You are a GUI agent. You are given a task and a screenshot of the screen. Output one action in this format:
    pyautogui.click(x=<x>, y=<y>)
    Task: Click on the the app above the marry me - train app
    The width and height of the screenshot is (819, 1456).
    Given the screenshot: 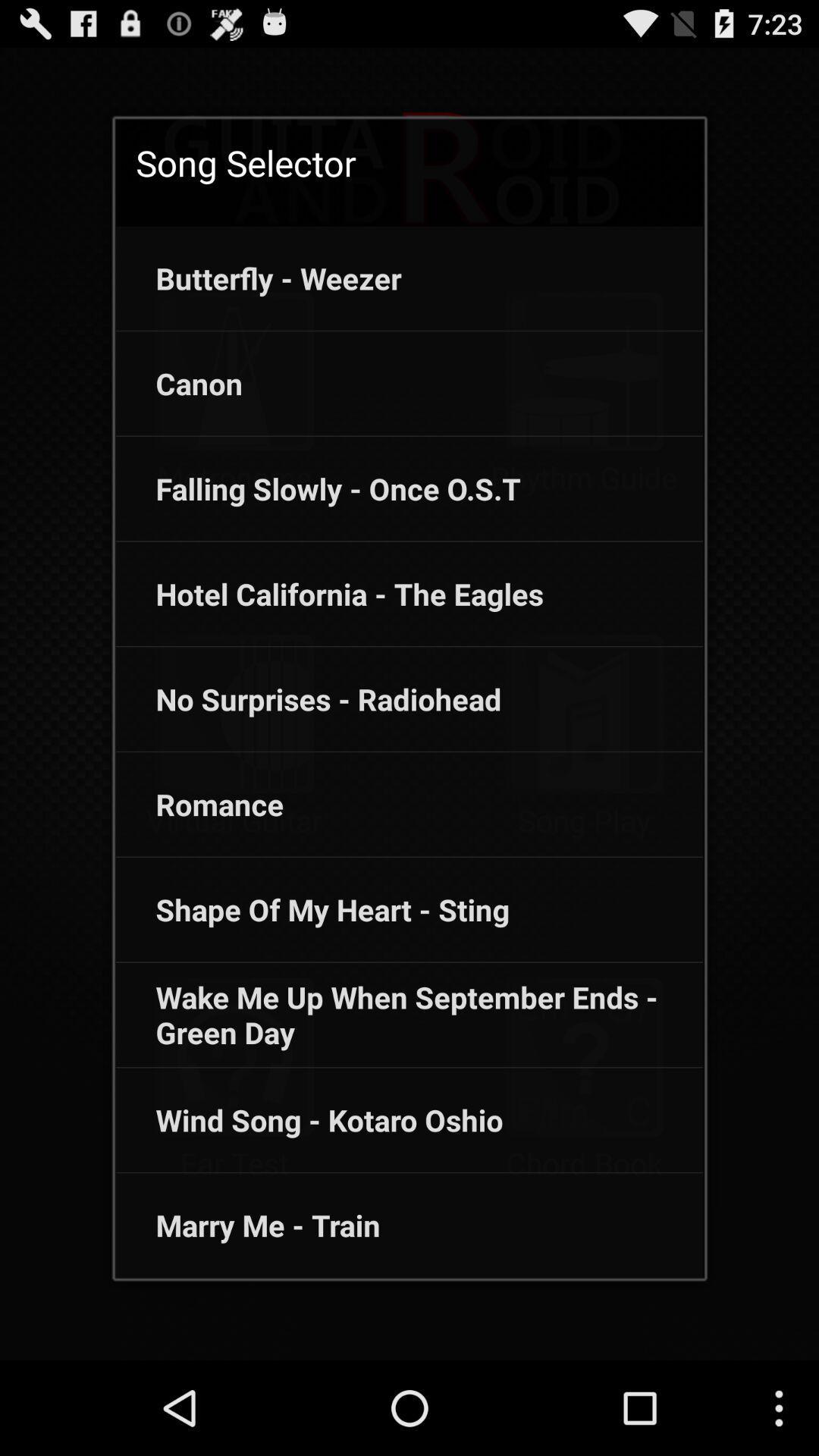 What is the action you would take?
    pyautogui.click(x=309, y=1120)
    